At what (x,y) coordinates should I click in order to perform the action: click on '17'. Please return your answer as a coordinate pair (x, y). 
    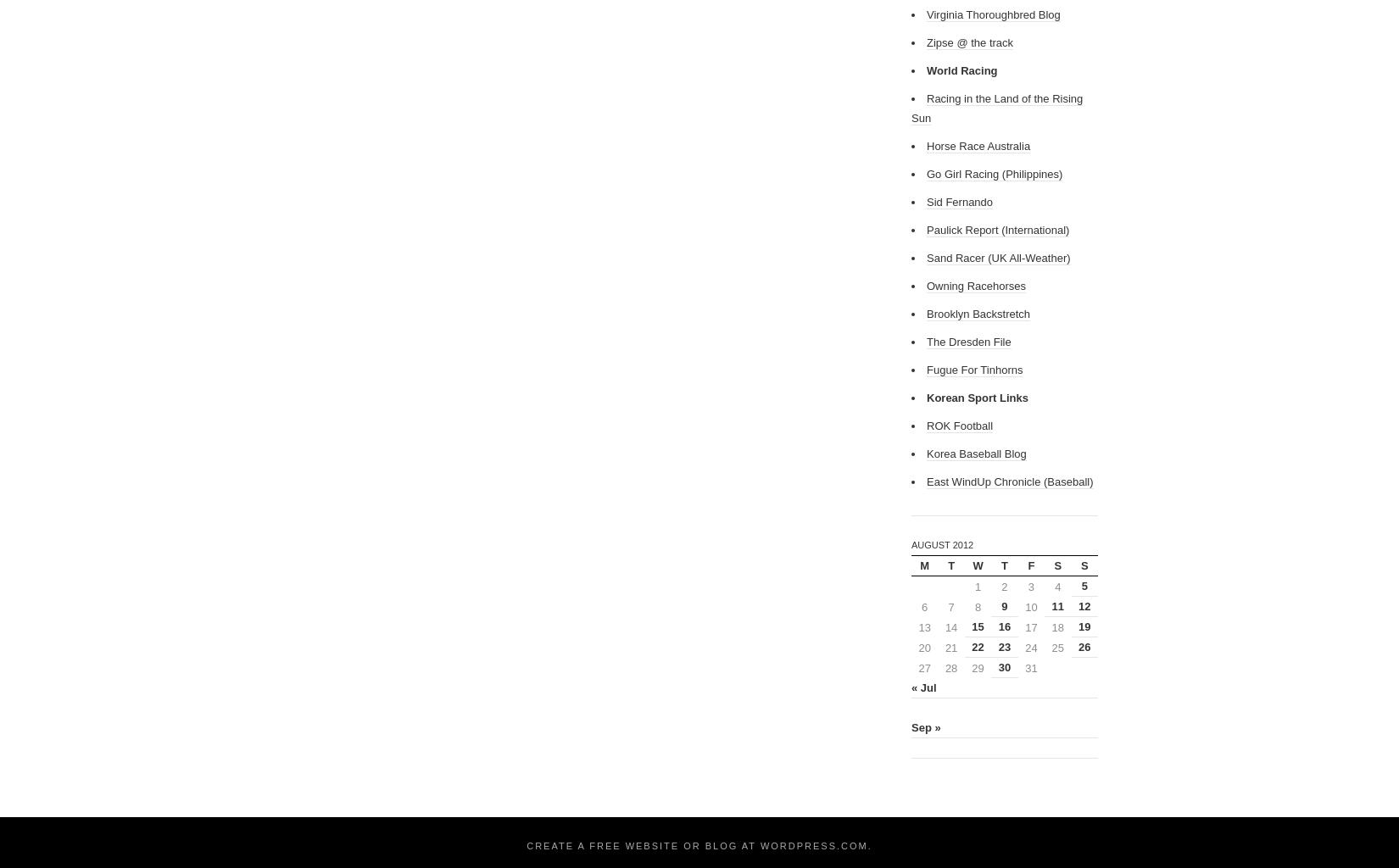
    Looking at the image, I should click on (1031, 626).